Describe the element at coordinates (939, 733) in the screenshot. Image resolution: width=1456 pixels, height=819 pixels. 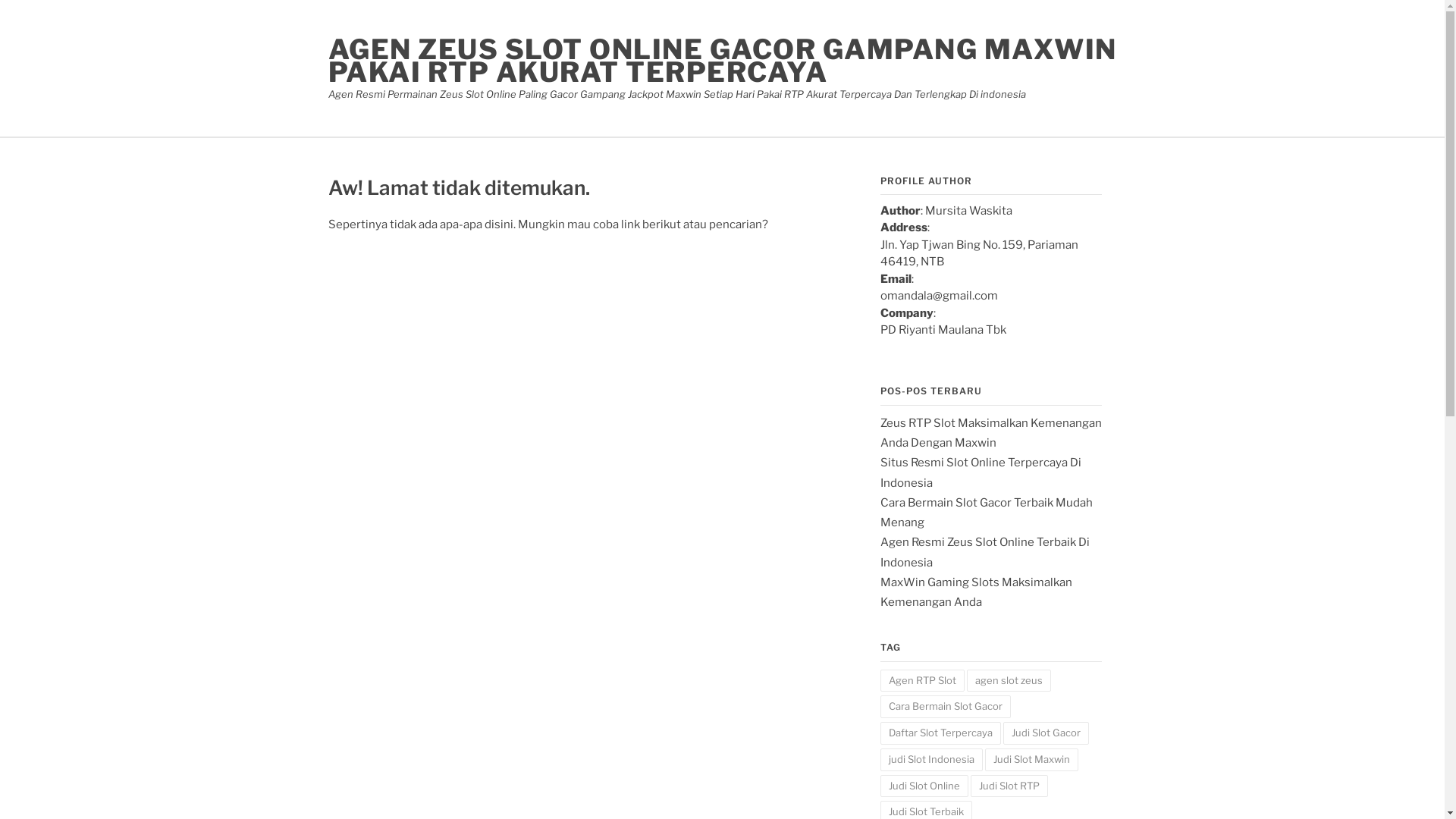
I see `'Daftar Slot Terpercaya'` at that location.